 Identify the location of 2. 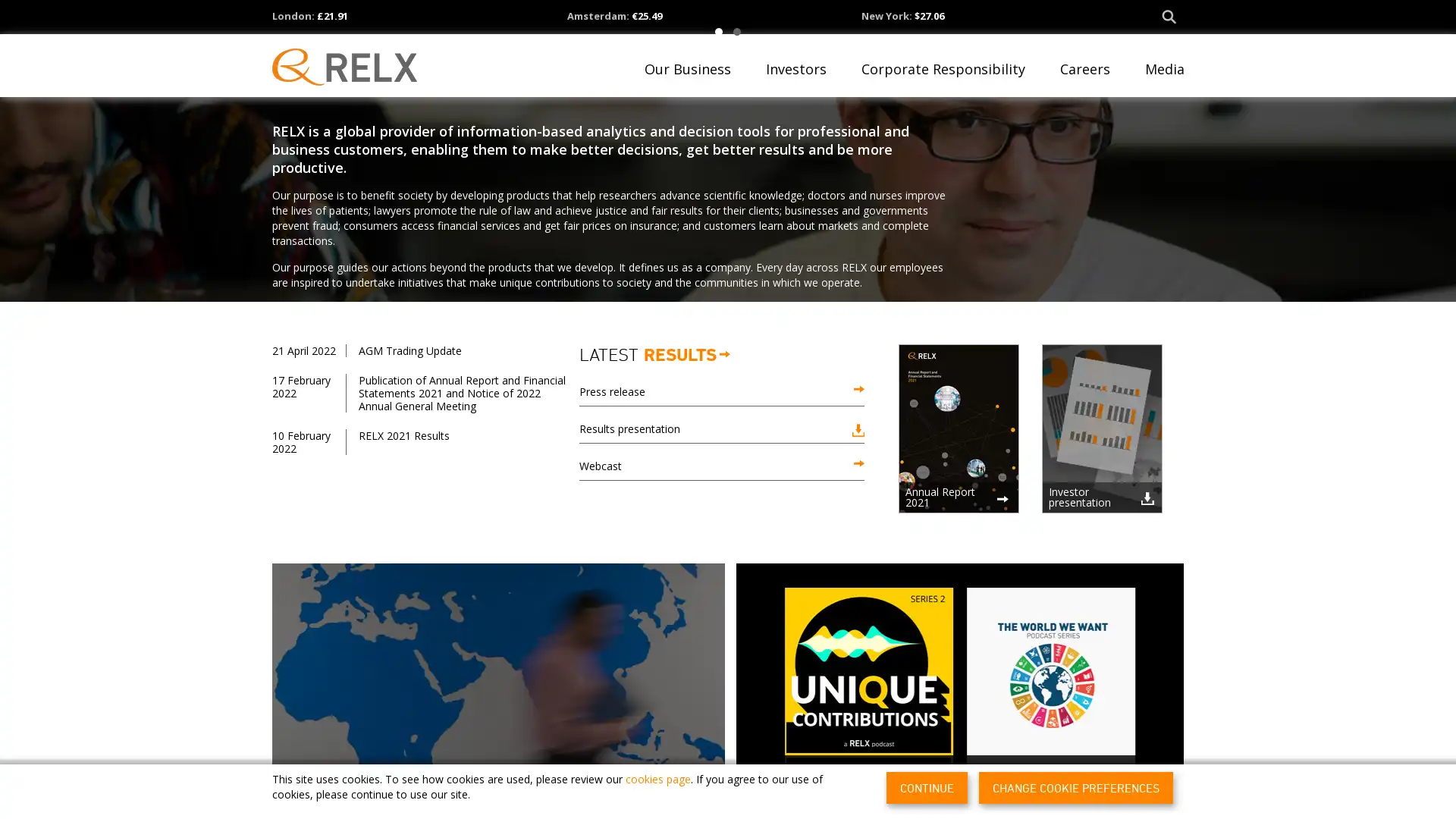
(737, 32).